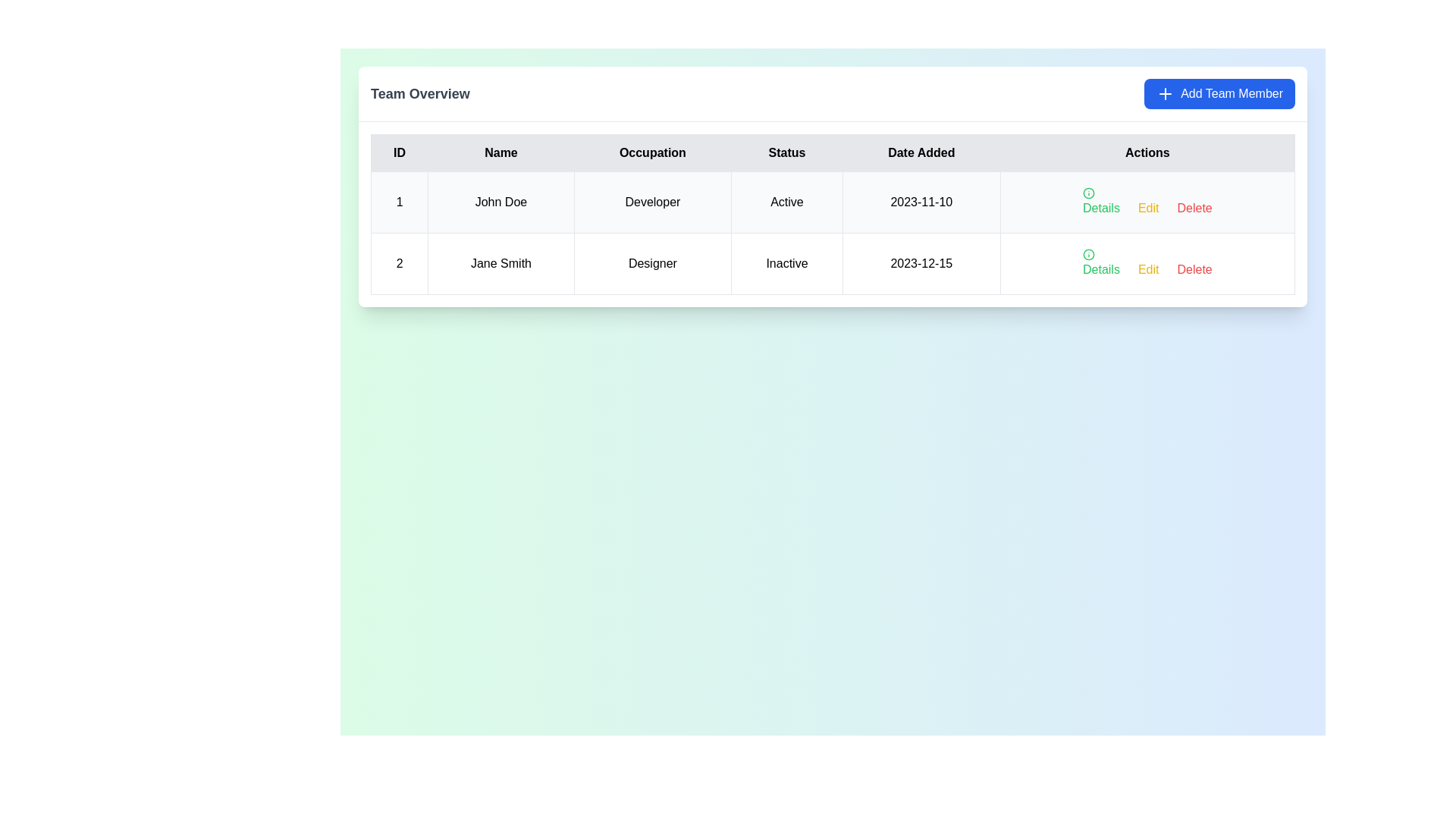 This screenshot has width=1456, height=819. Describe the element at coordinates (1147, 262) in the screenshot. I see `the group of buttons in the 'Actions' column of the second row of the table, which includes 'Details', 'Edit', and 'Delete' for the record of 'Jane Smith'` at that location.